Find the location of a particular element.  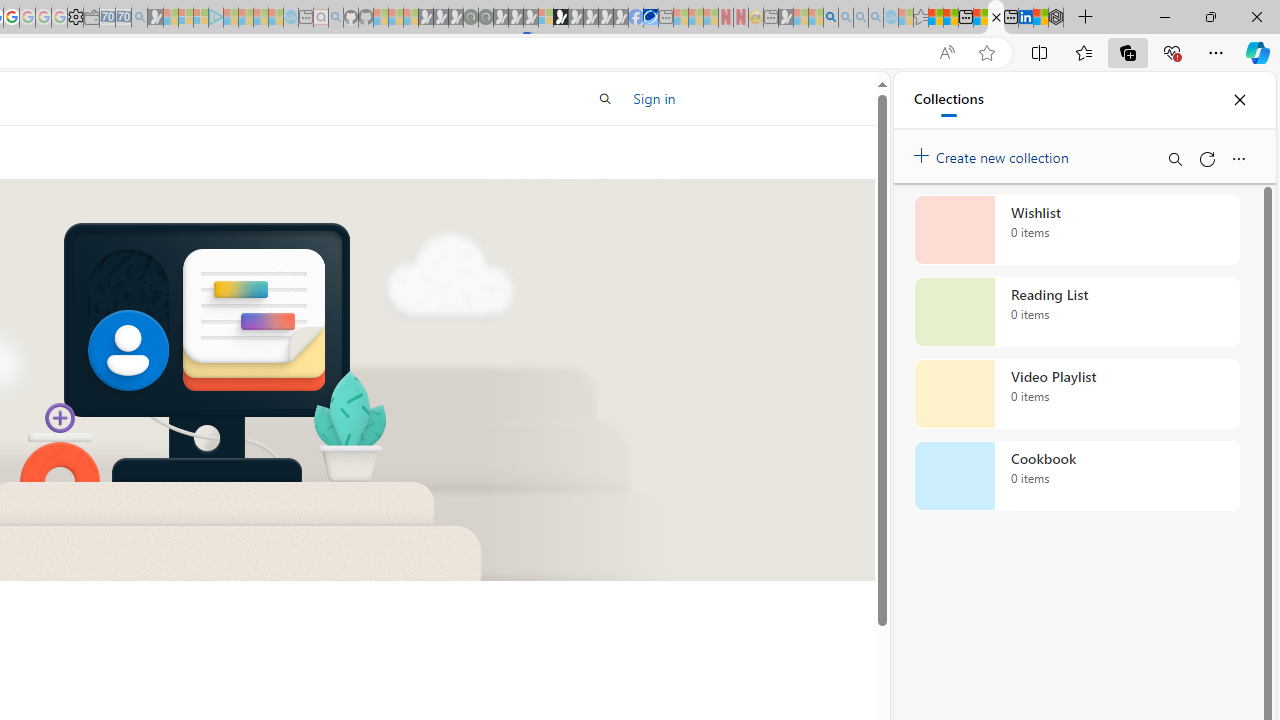

'Training for Administrators | Microsoft Learn' is located at coordinates (996, 17).